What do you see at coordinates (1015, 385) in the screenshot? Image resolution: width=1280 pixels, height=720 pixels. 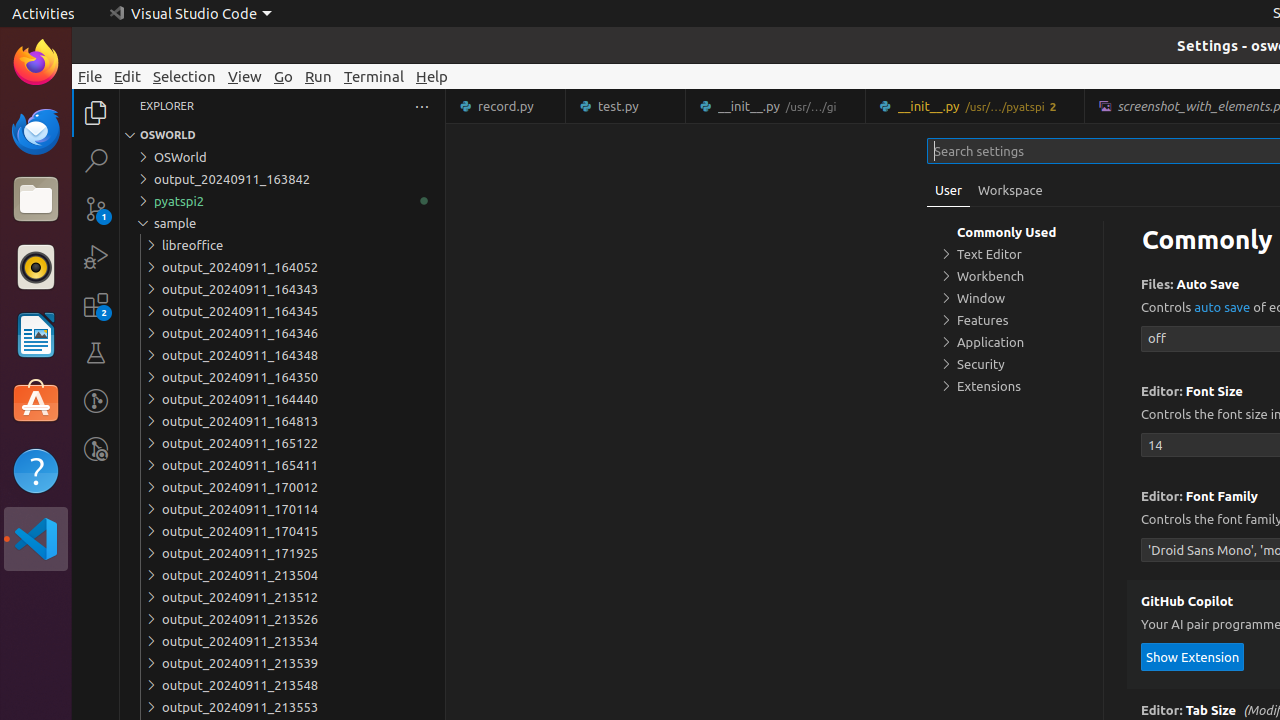 I see `'Extensions, group'` at bounding box center [1015, 385].